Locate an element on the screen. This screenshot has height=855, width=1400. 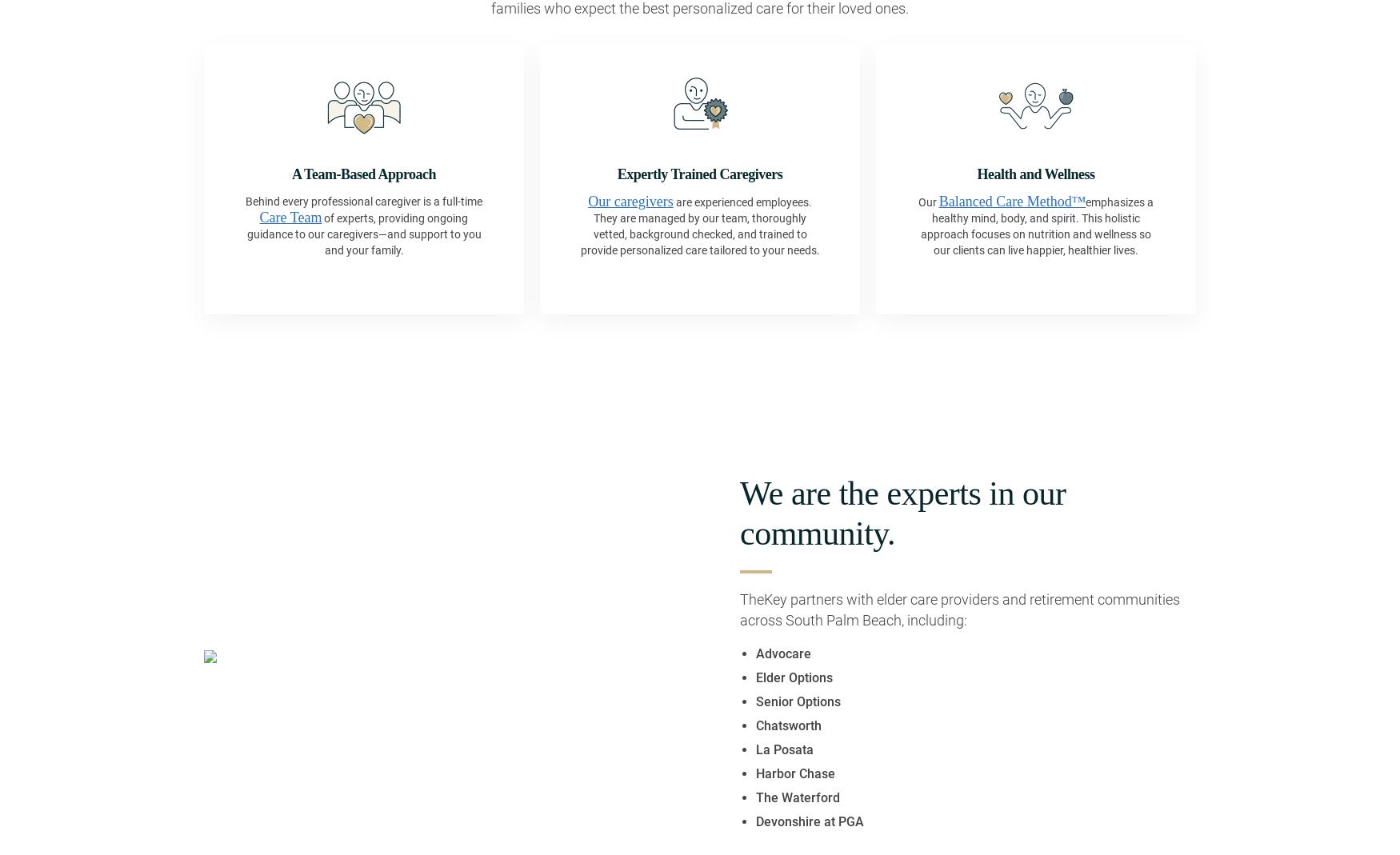
'Our' is located at coordinates (927, 200).